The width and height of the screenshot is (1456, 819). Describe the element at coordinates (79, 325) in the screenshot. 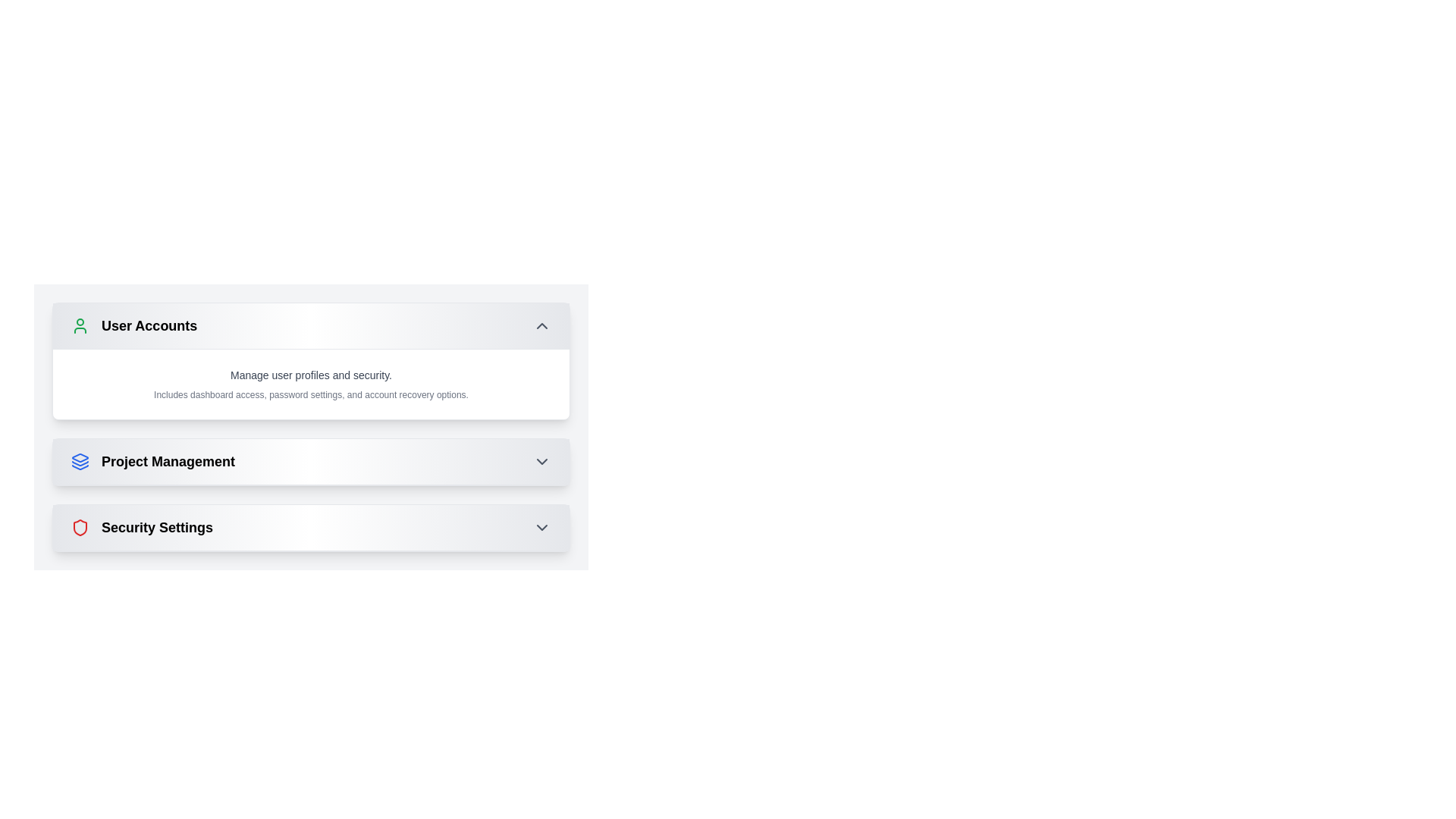

I see `the user-related functionalities icon located at the leftmost part of the 'User Accounts' section, directly preceding the section title` at that location.